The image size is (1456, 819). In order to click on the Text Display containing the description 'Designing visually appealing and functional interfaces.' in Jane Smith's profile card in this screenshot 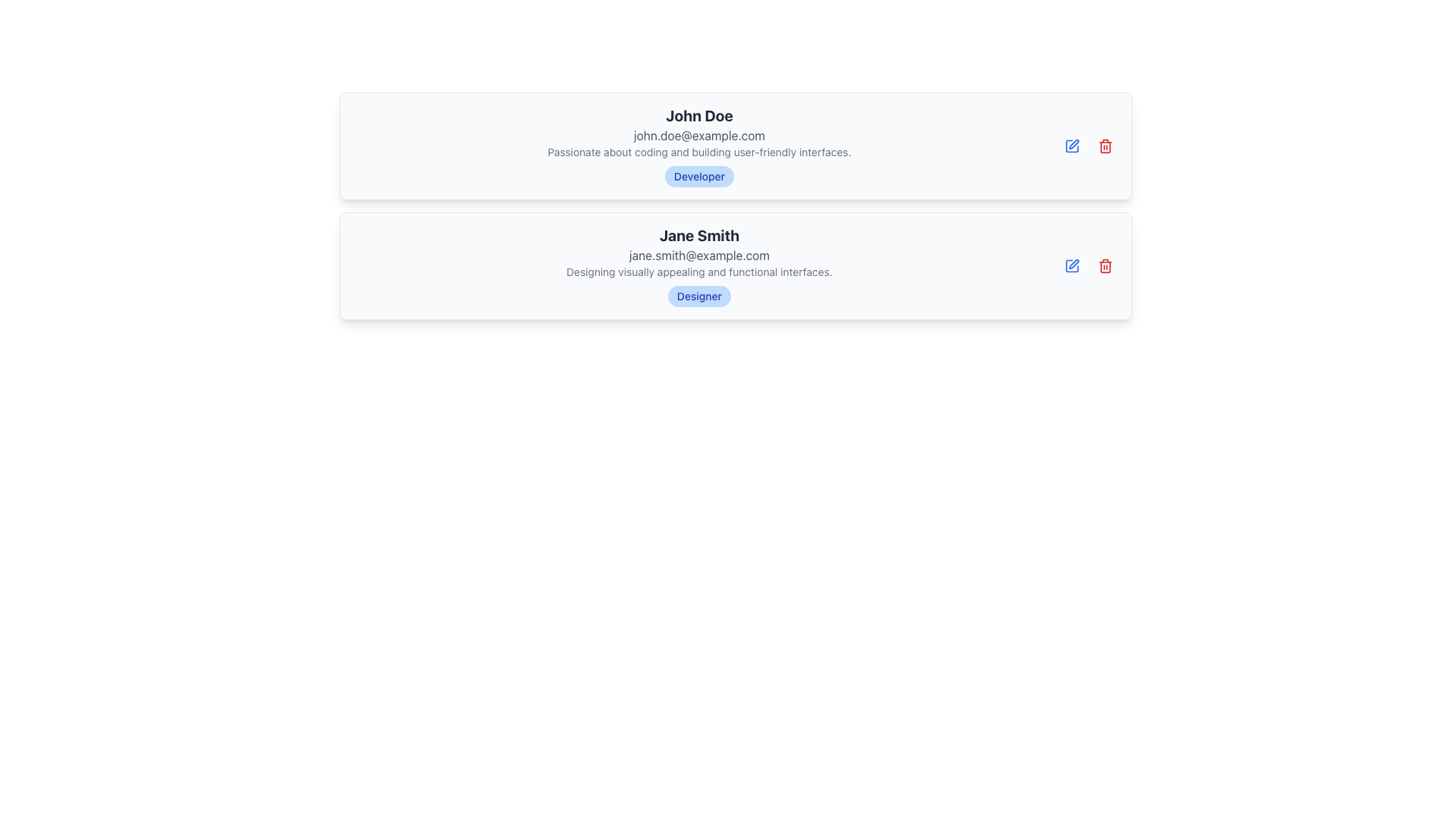, I will do `click(698, 271)`.